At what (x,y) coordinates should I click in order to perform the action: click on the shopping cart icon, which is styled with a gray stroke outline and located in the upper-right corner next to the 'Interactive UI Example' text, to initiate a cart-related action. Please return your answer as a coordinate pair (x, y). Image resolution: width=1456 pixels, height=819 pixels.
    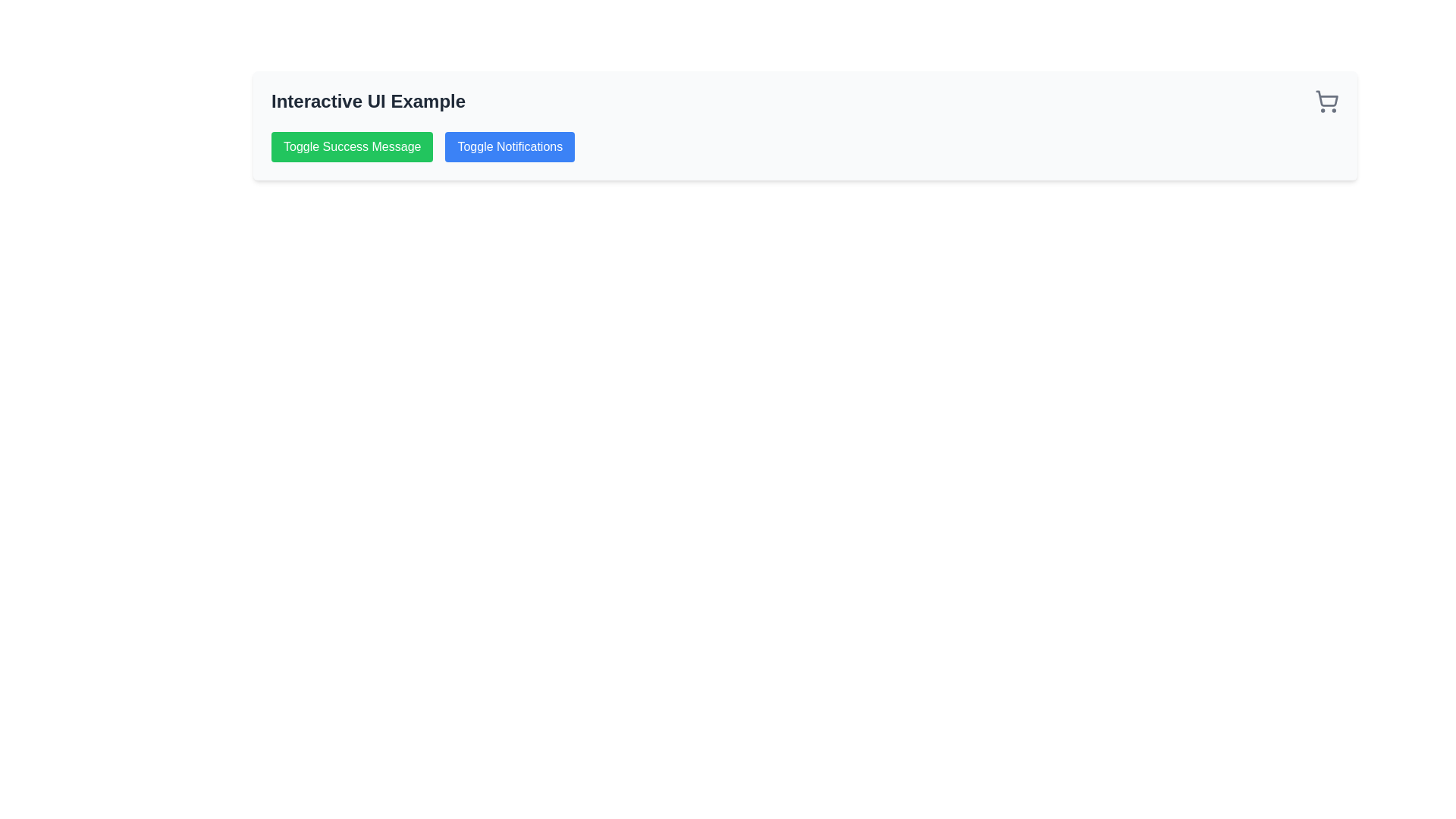
    Looking at the image, I should click on (1326, 102).